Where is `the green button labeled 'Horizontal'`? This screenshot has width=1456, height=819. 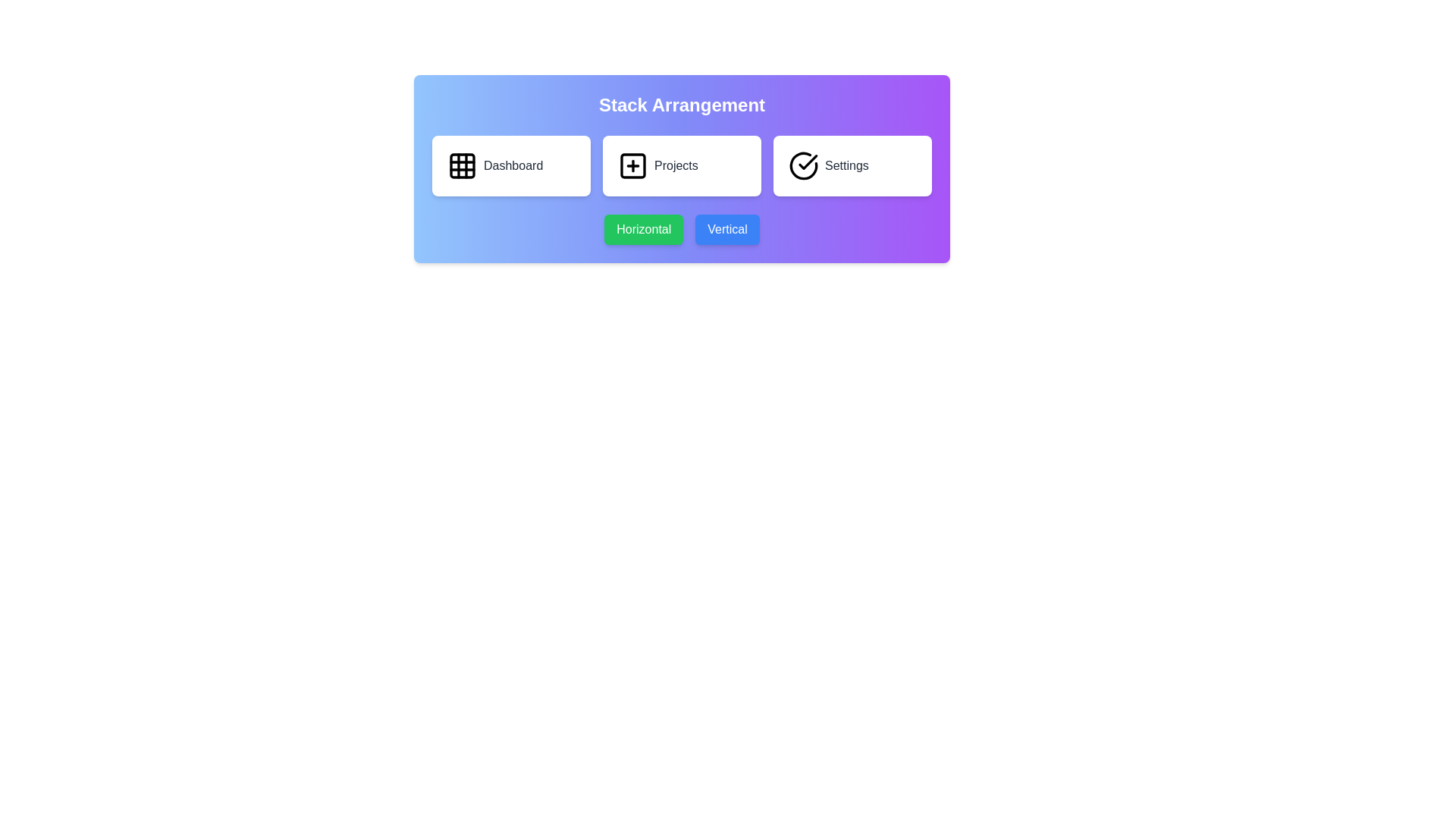
the green button labeled 'Horizontal' is located at coordinates (644, 230).